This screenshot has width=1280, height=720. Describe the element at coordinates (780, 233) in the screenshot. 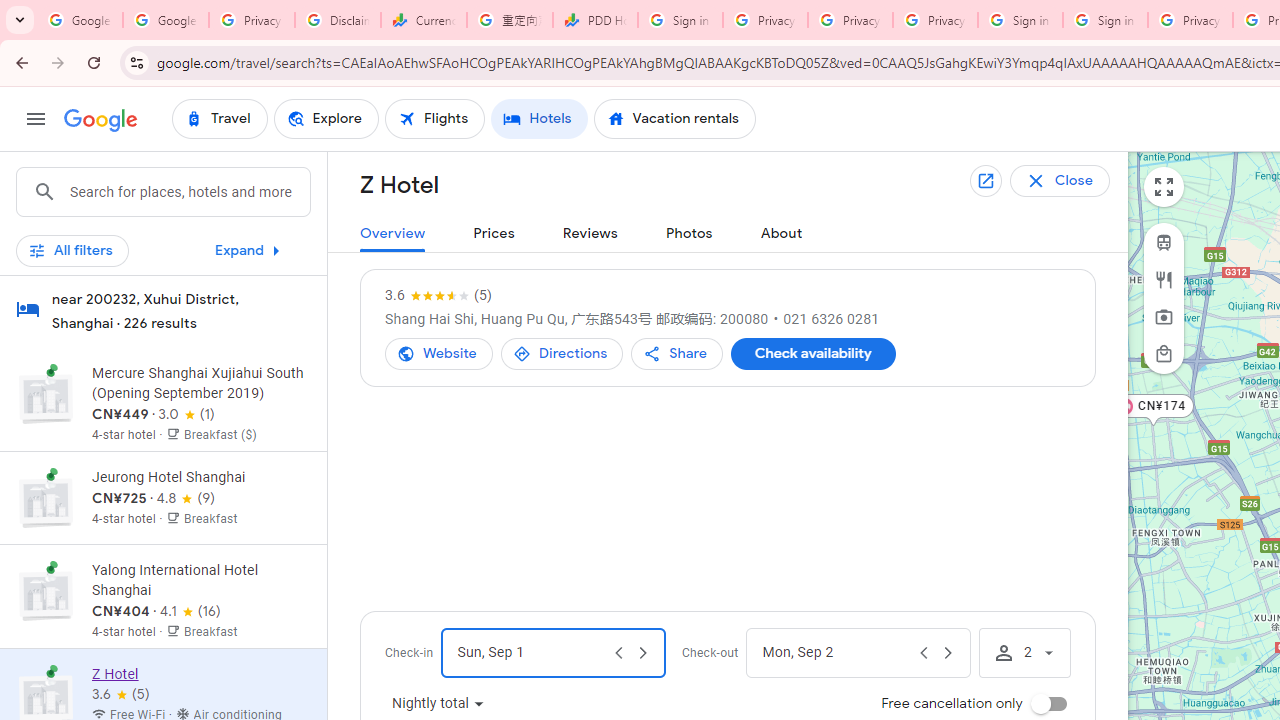

I see `'About'` at that location.